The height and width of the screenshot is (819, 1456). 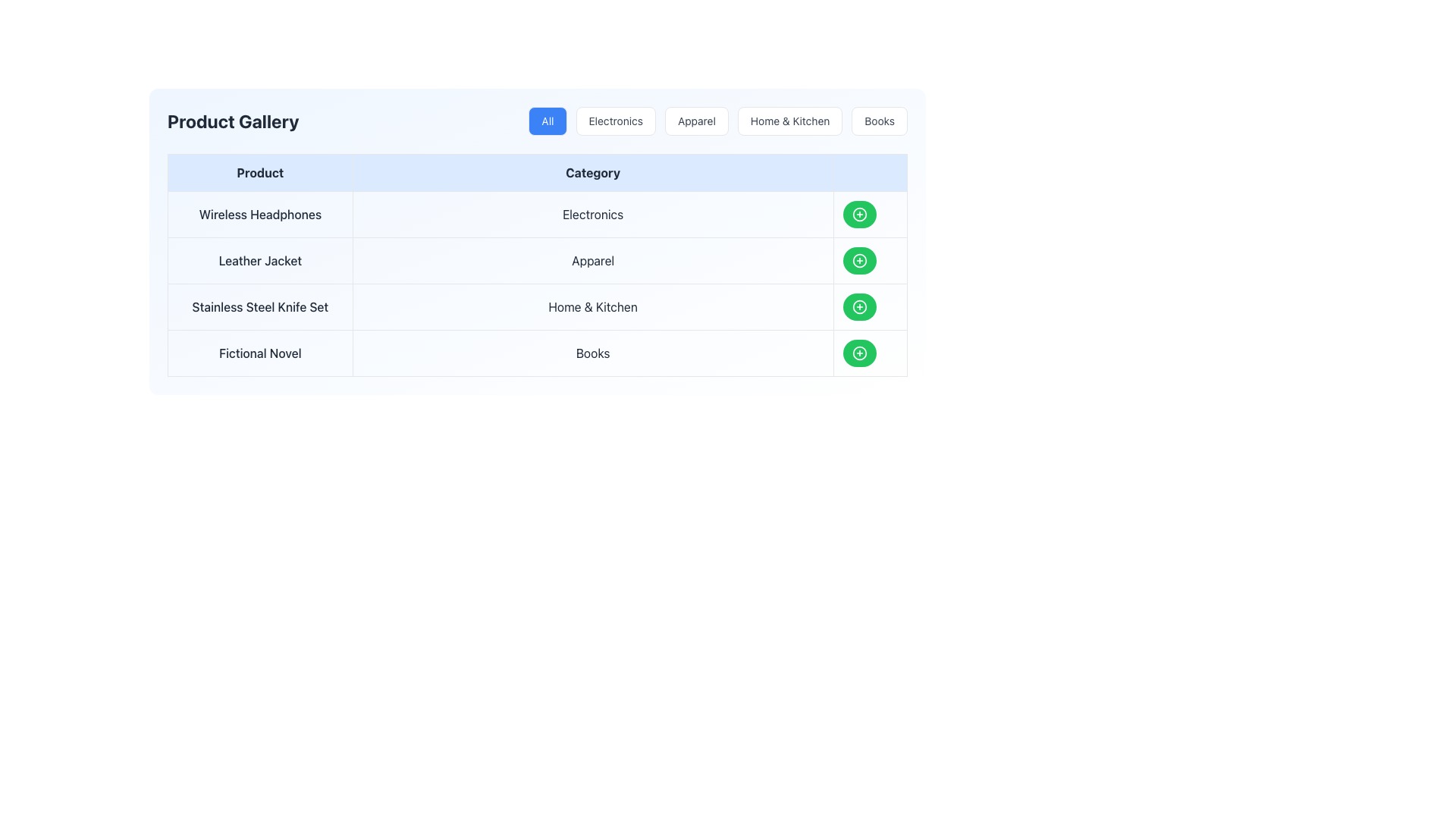 I want to click on the row entry representing the 'Leather Jacket' product in the categorized table layout to access potential actions linked to this row, so click(x=538, y=259).